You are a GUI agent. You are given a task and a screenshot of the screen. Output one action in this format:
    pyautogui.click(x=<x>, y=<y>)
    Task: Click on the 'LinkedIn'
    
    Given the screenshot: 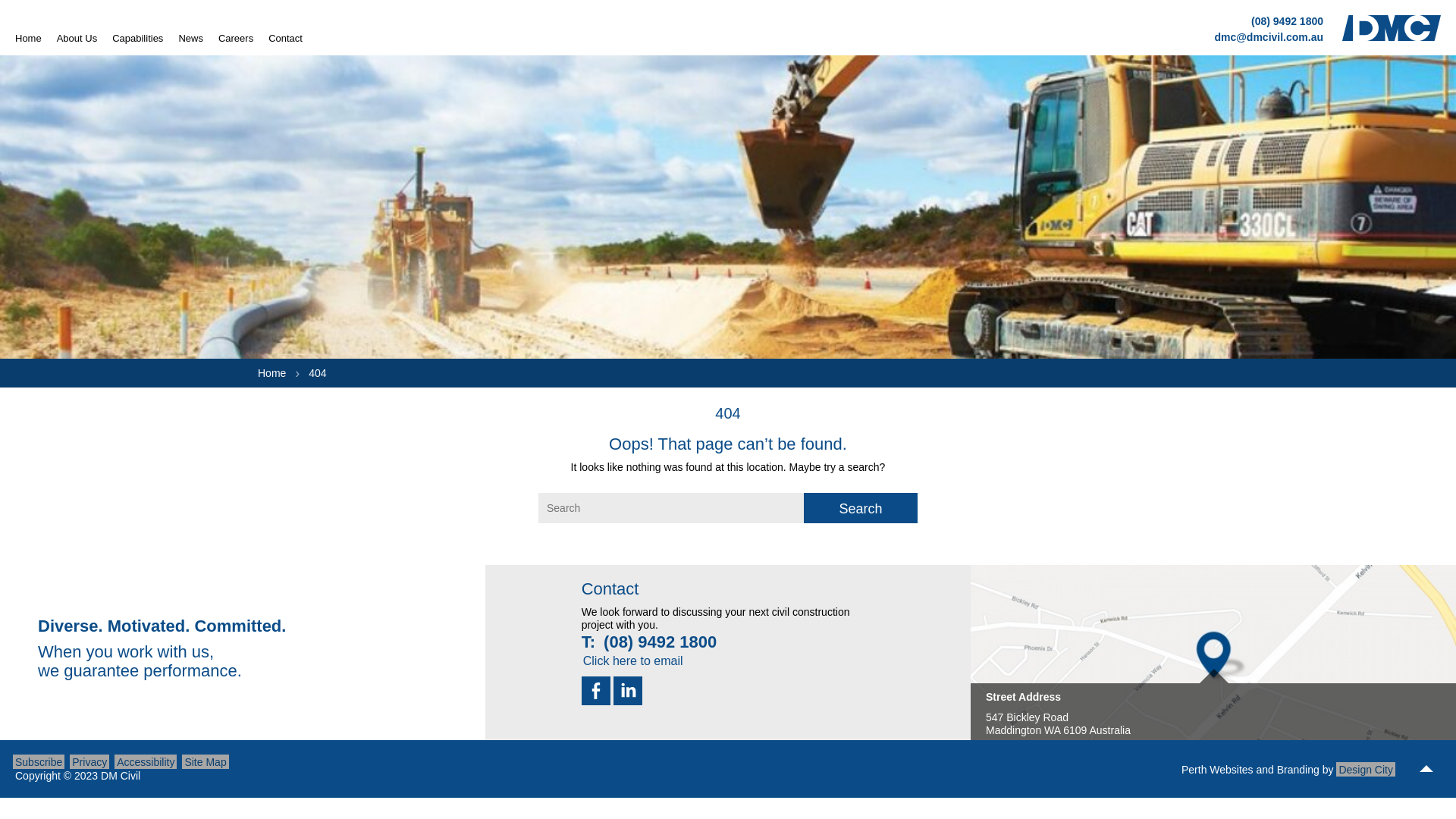 What is the action you would take?
    pyautogui.click(x=628, y=690)
    